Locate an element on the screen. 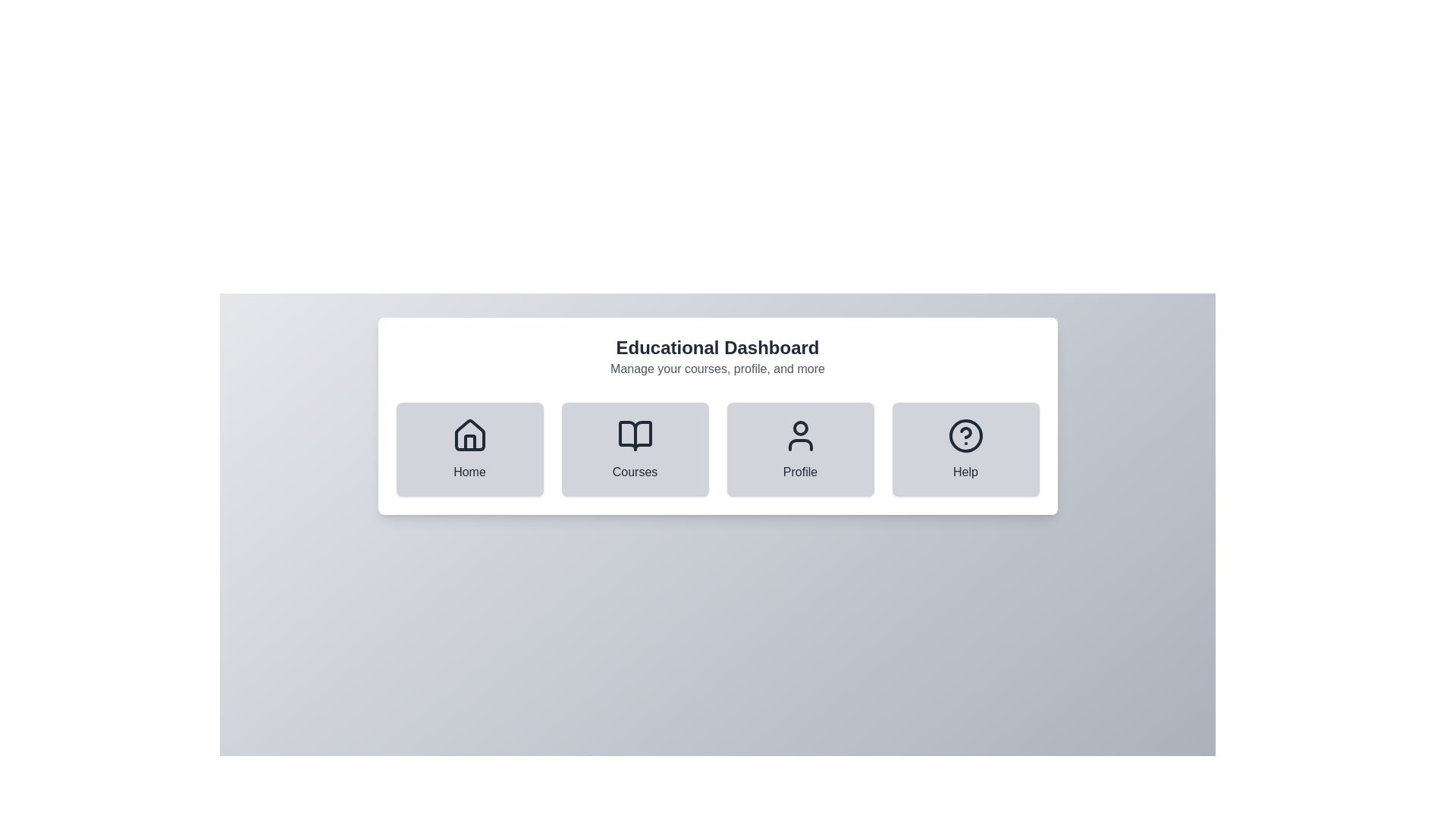 This screenshot has height=819, width=1456. the small circular shape representing the head in the profile icon located at the top center of the user interface is located at coordinates (799, 428).